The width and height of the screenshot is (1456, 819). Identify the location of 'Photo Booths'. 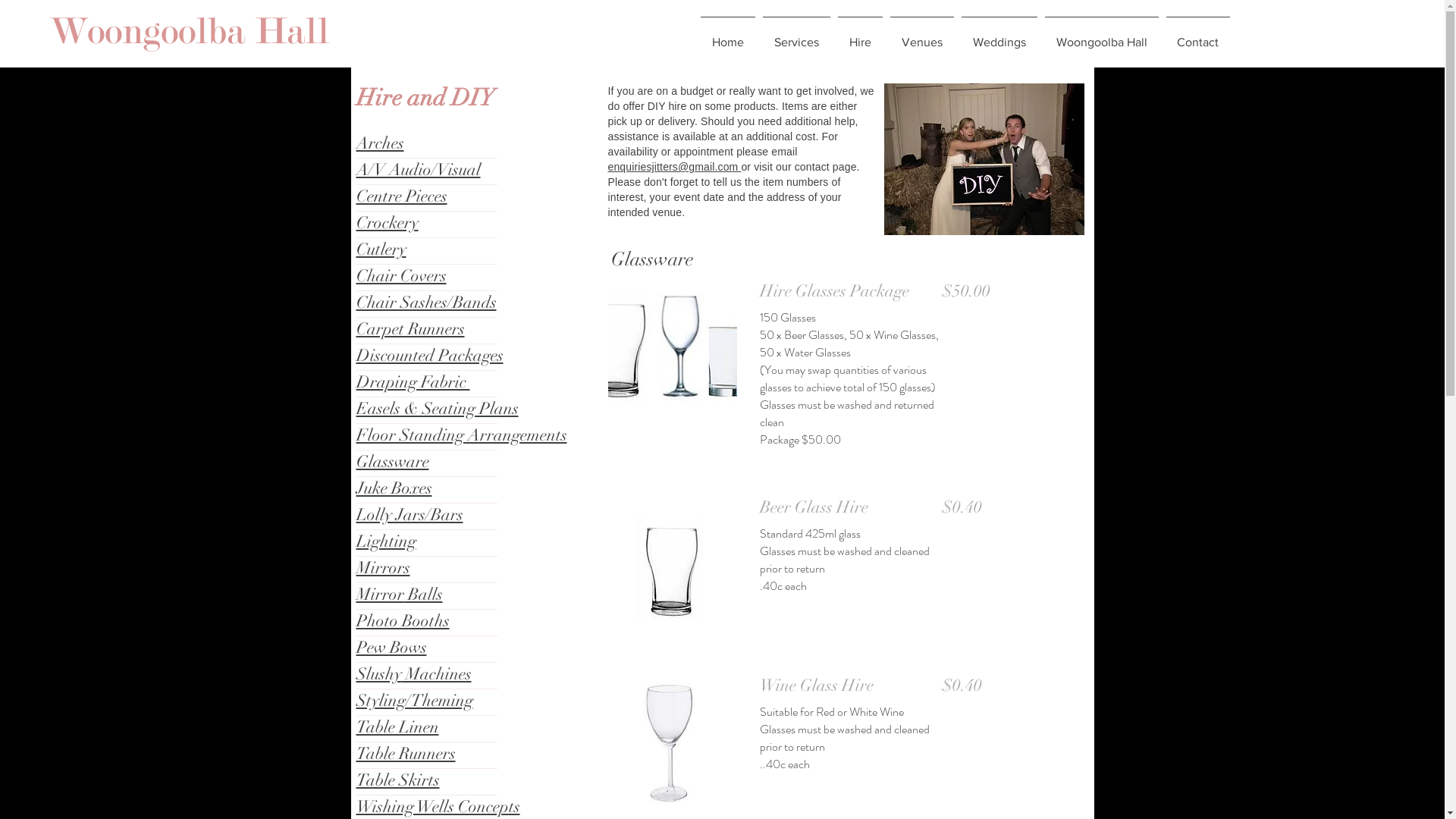
(403, 620).